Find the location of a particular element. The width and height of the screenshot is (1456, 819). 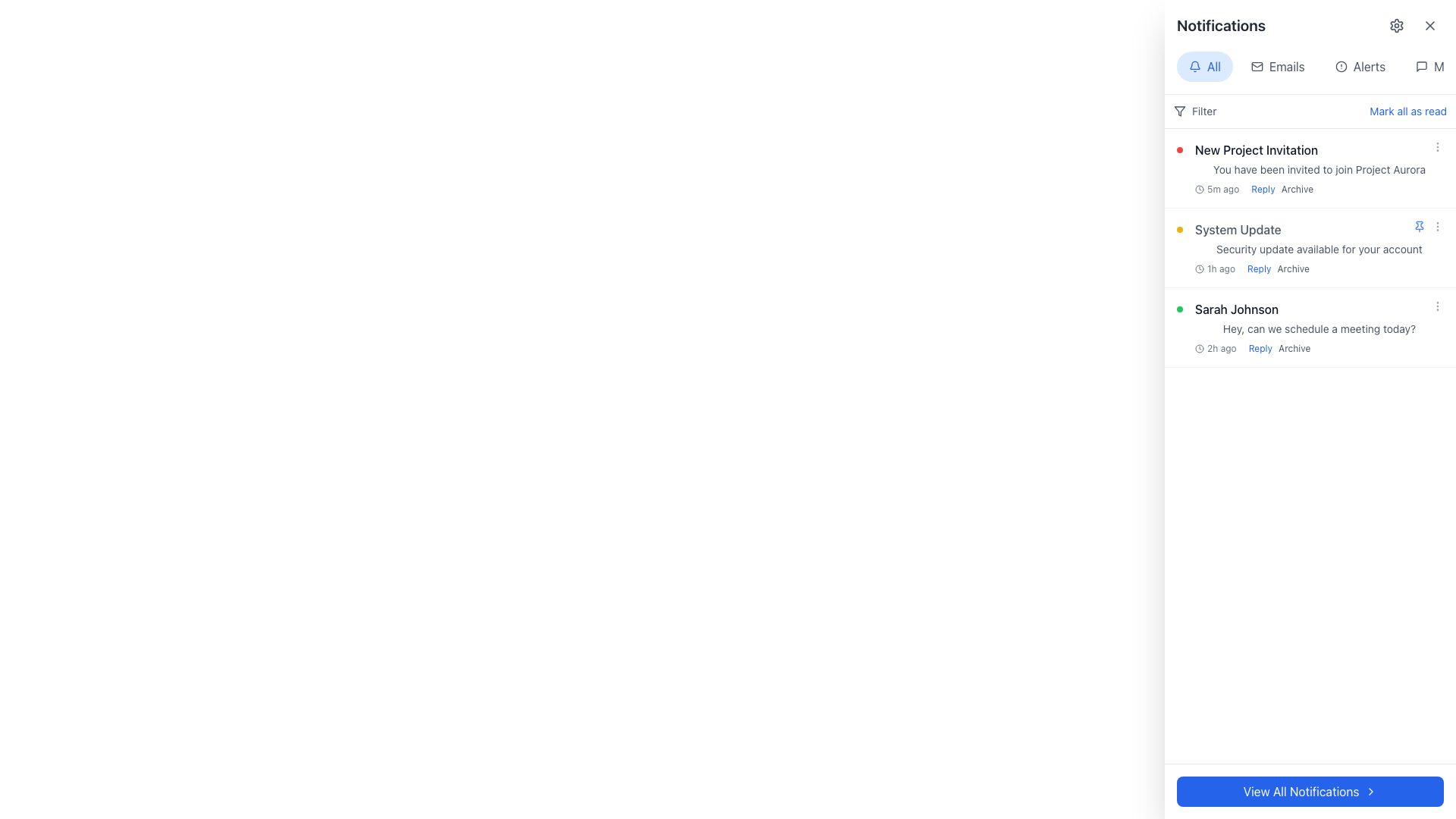

the text block displaying 'New Project Invitation', which is prominently styled in dark gray and positioned at the top left corner of its notification item is located at coordinates (1257, 149).